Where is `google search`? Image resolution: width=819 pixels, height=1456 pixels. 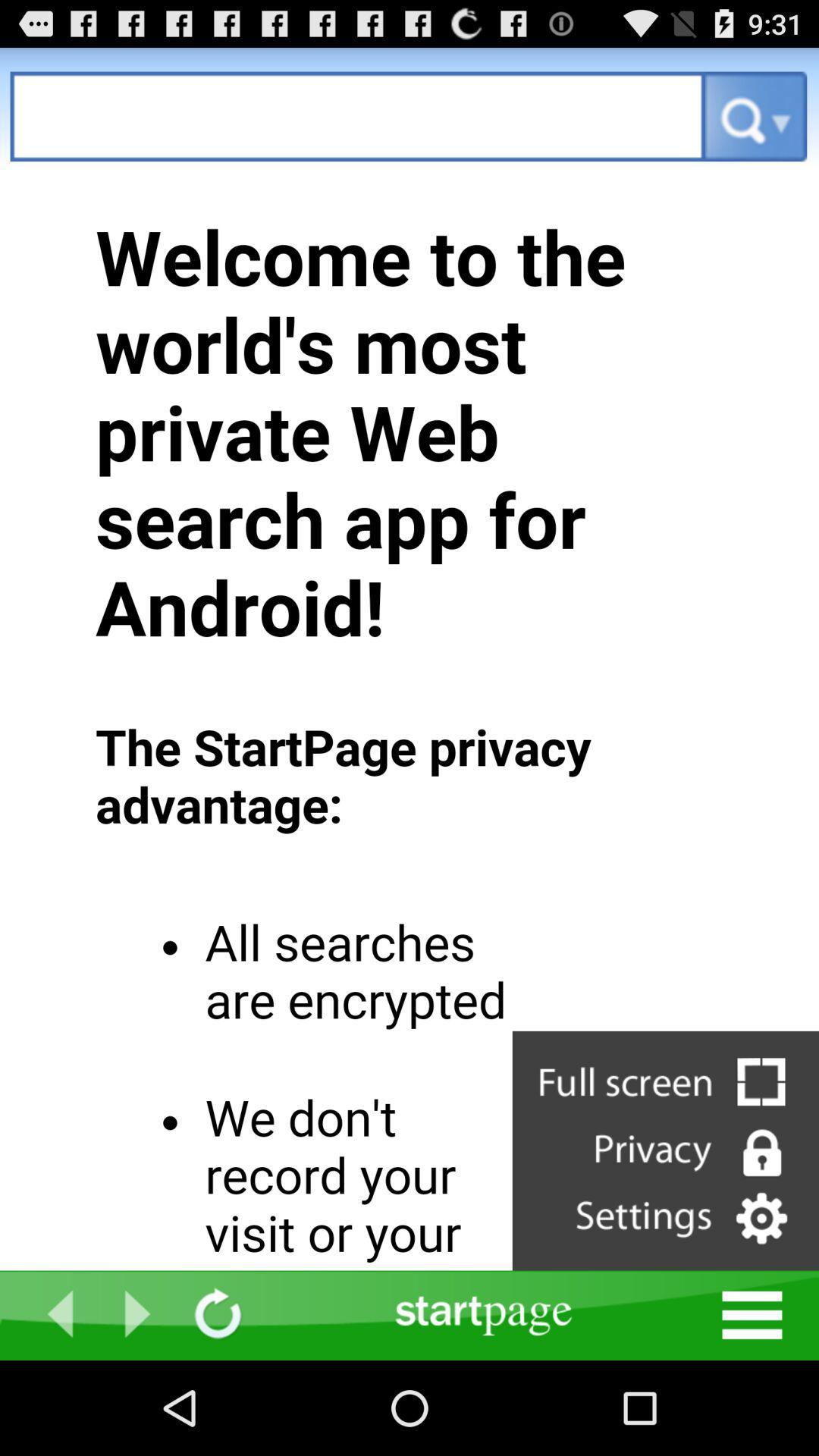 google search is located at coordinates (357, 115).